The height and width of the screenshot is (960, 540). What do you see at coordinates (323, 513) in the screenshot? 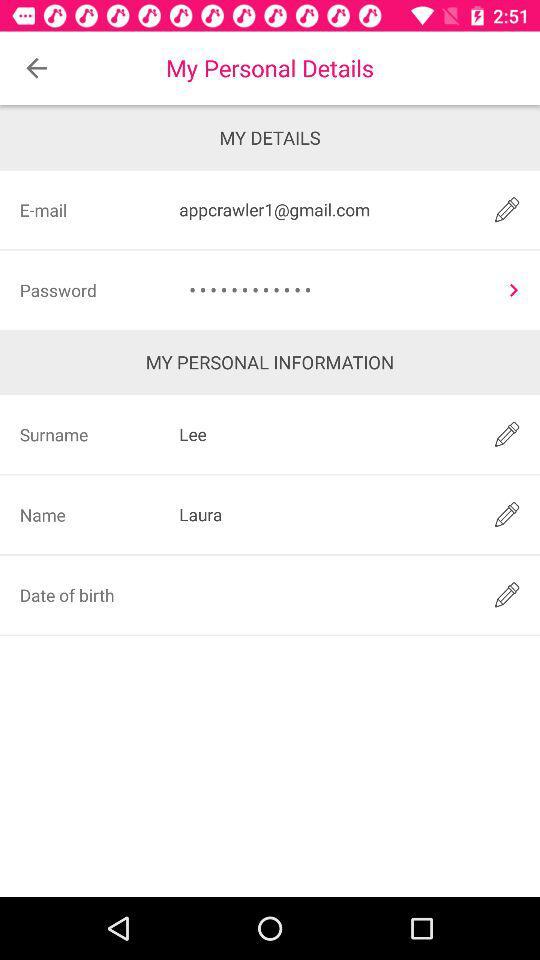
I see `laura icon` at bounding box center [323, 513].